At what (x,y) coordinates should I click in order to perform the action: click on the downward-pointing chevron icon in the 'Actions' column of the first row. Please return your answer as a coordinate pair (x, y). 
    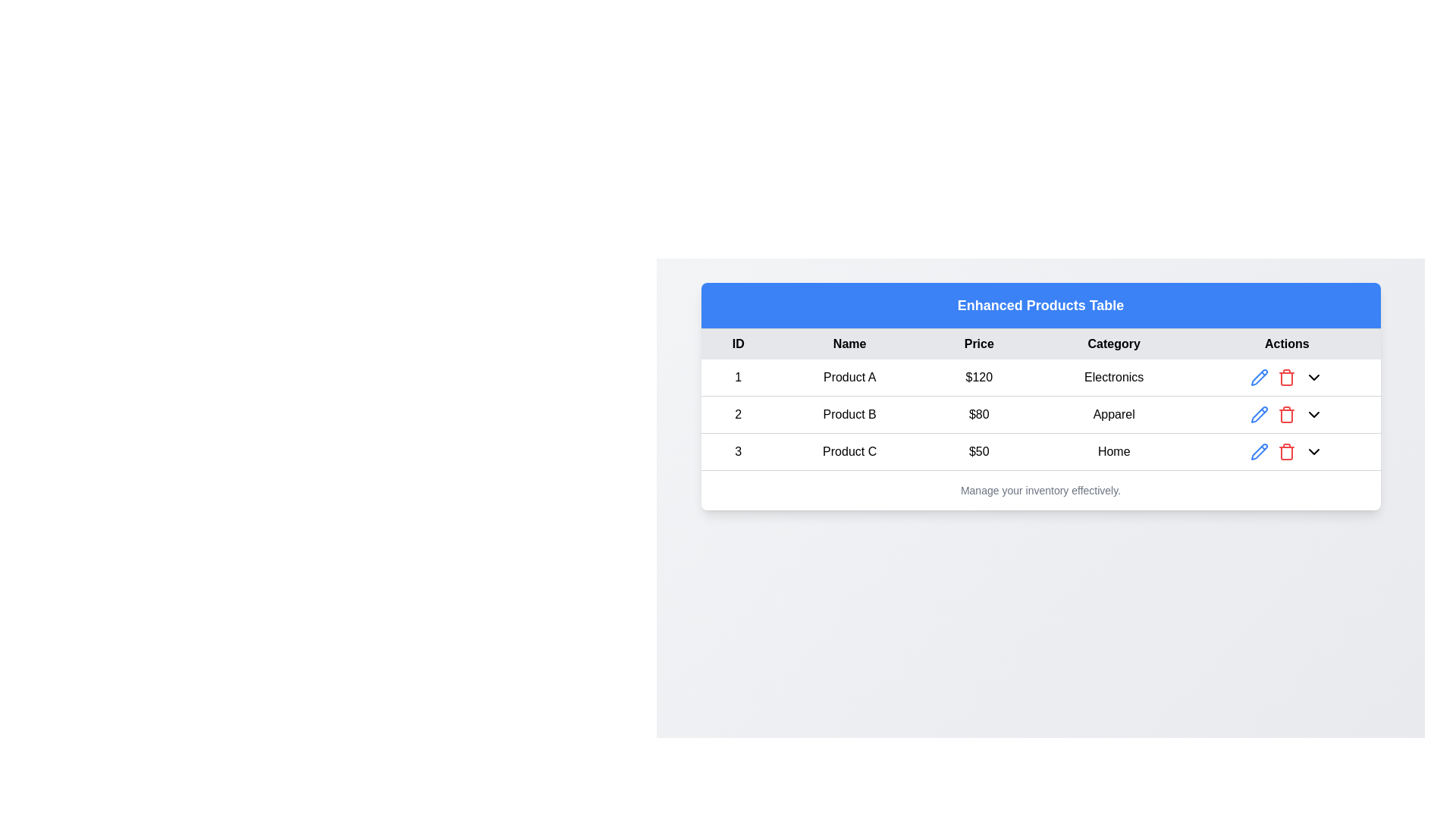
    Looking at the image, I should click on (1313, 376).